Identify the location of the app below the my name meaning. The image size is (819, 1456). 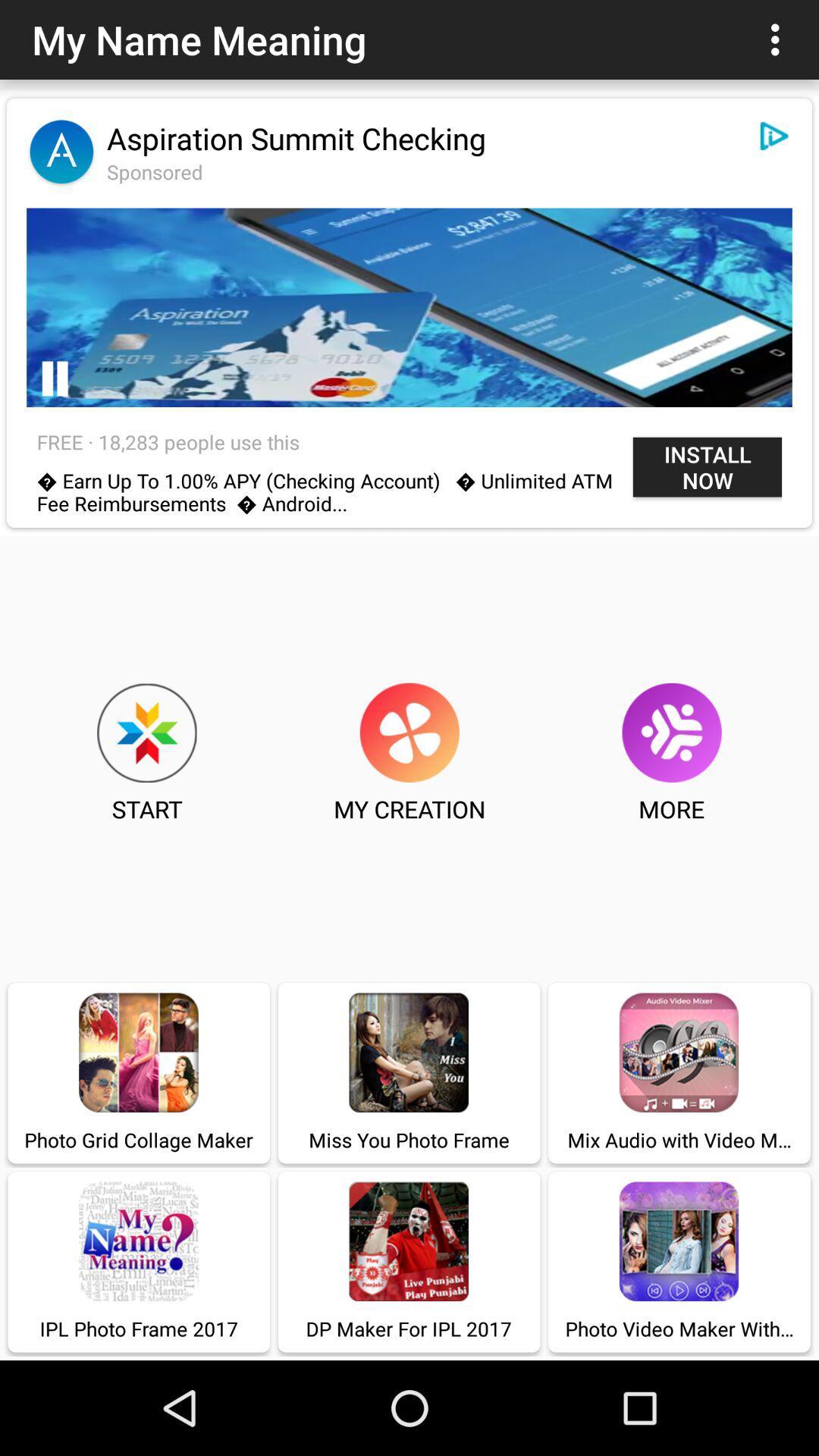
(297, 138).